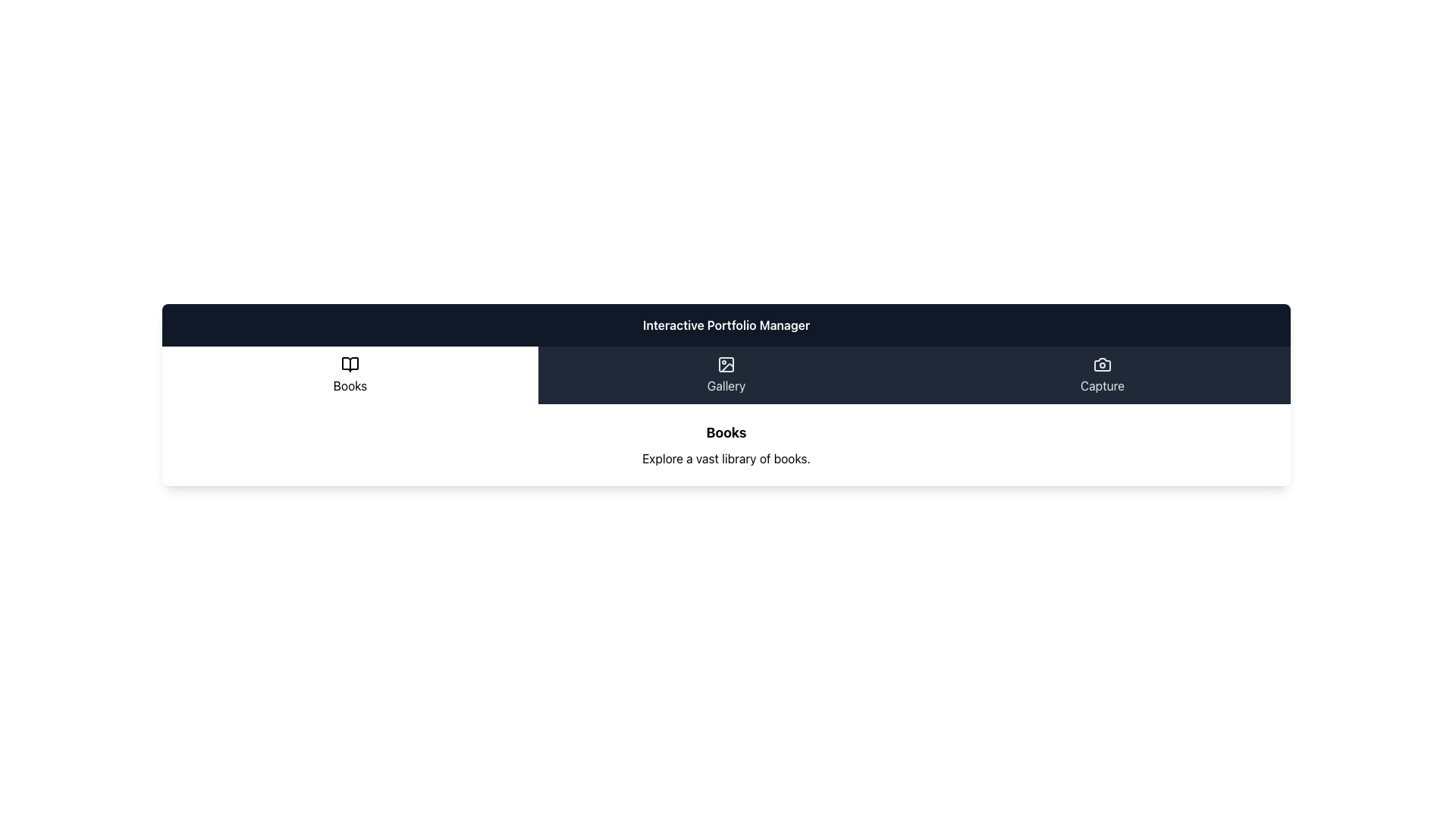  Describe the element at coordinates (726, 458) in the screenshot. I see `descriptive text label located below the title 'Books', which provides information about the corresponding section regarding books` at that location.